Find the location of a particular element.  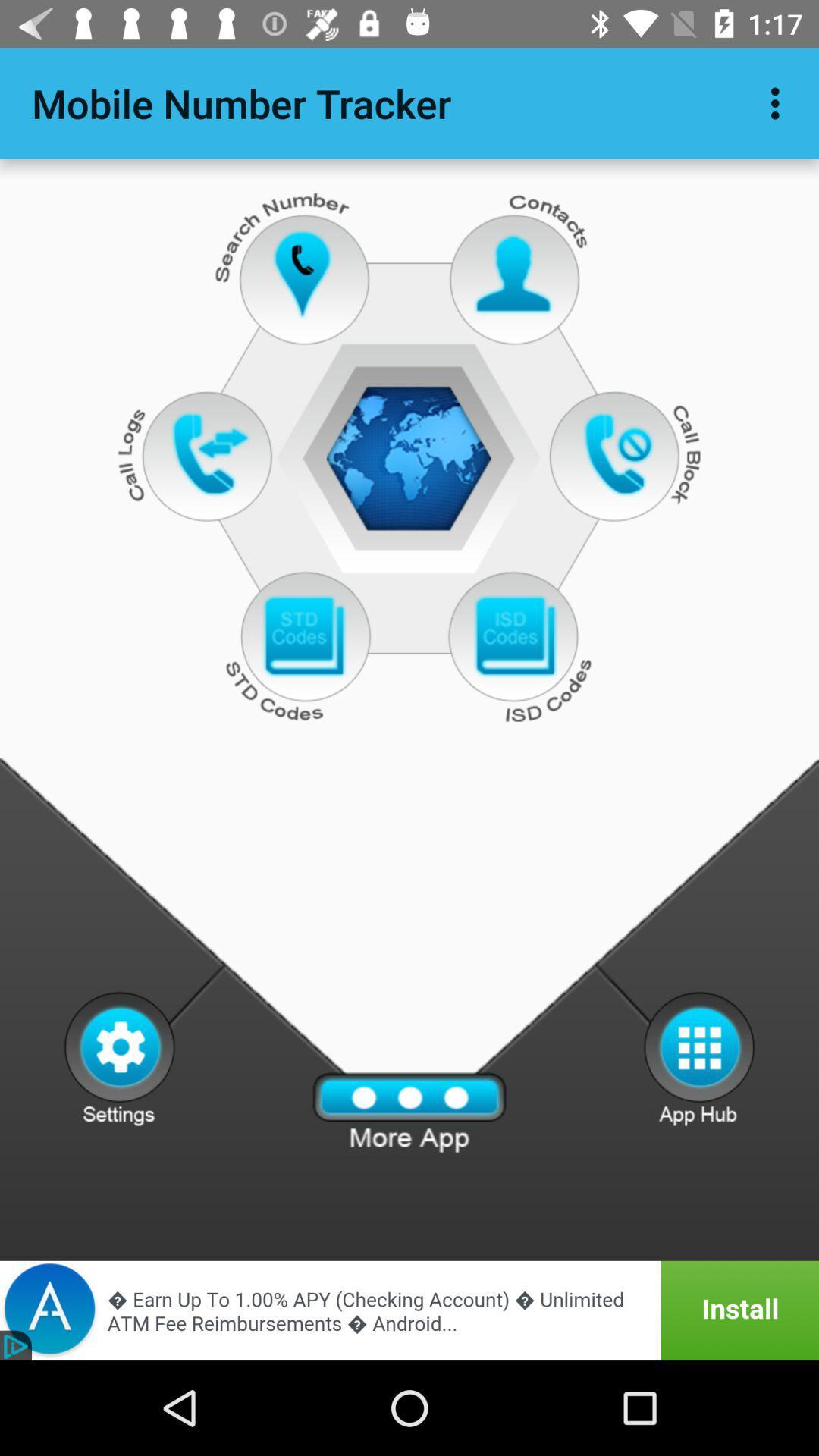

std codes is located at coordinates (303, 637).